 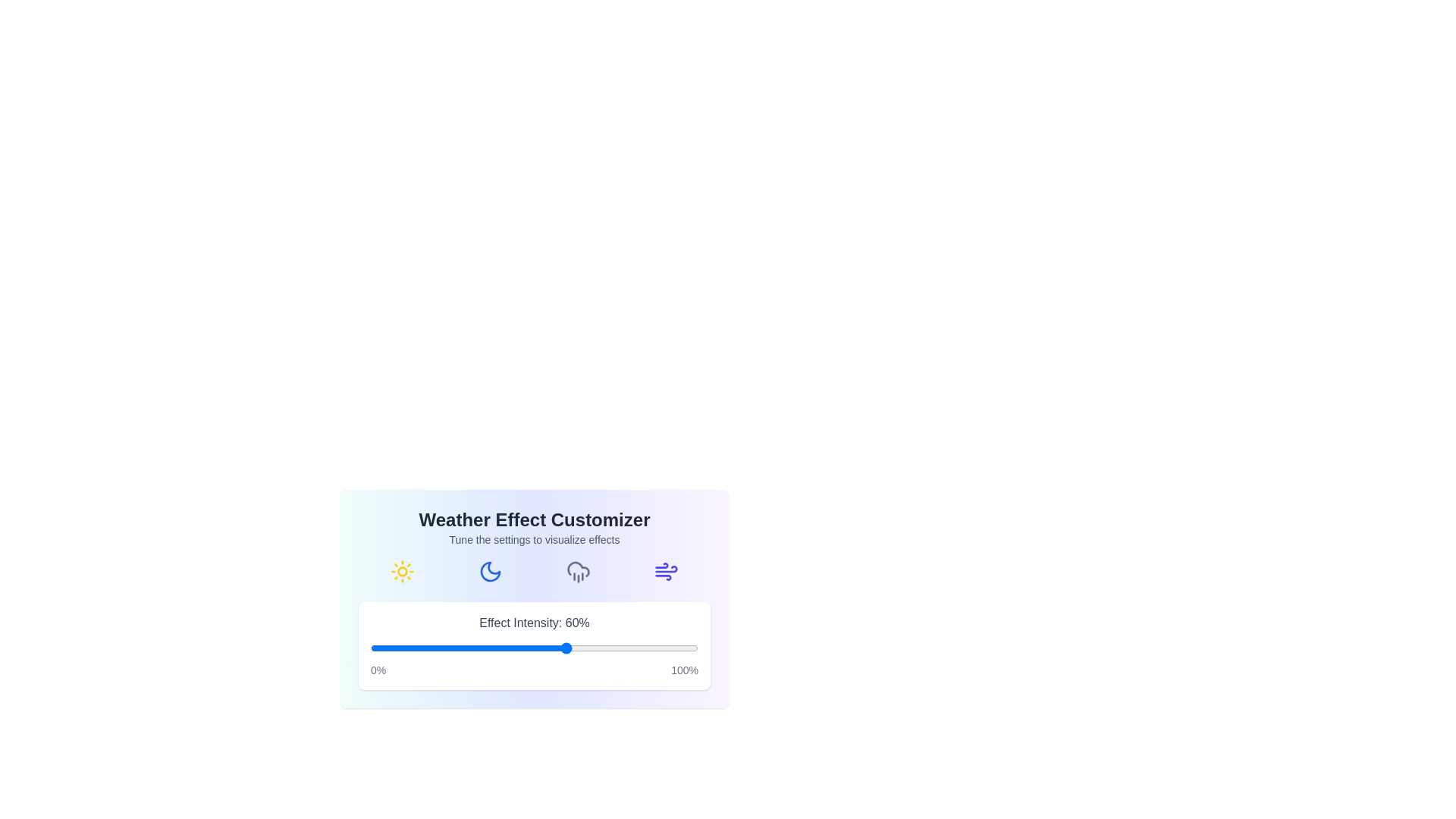 I want to click on the nighttime effects icon located in the 'Weather Effect Customizer' section, positioned between the sun-like icon and the raindrop-like icon, so click(x=491, y=571).